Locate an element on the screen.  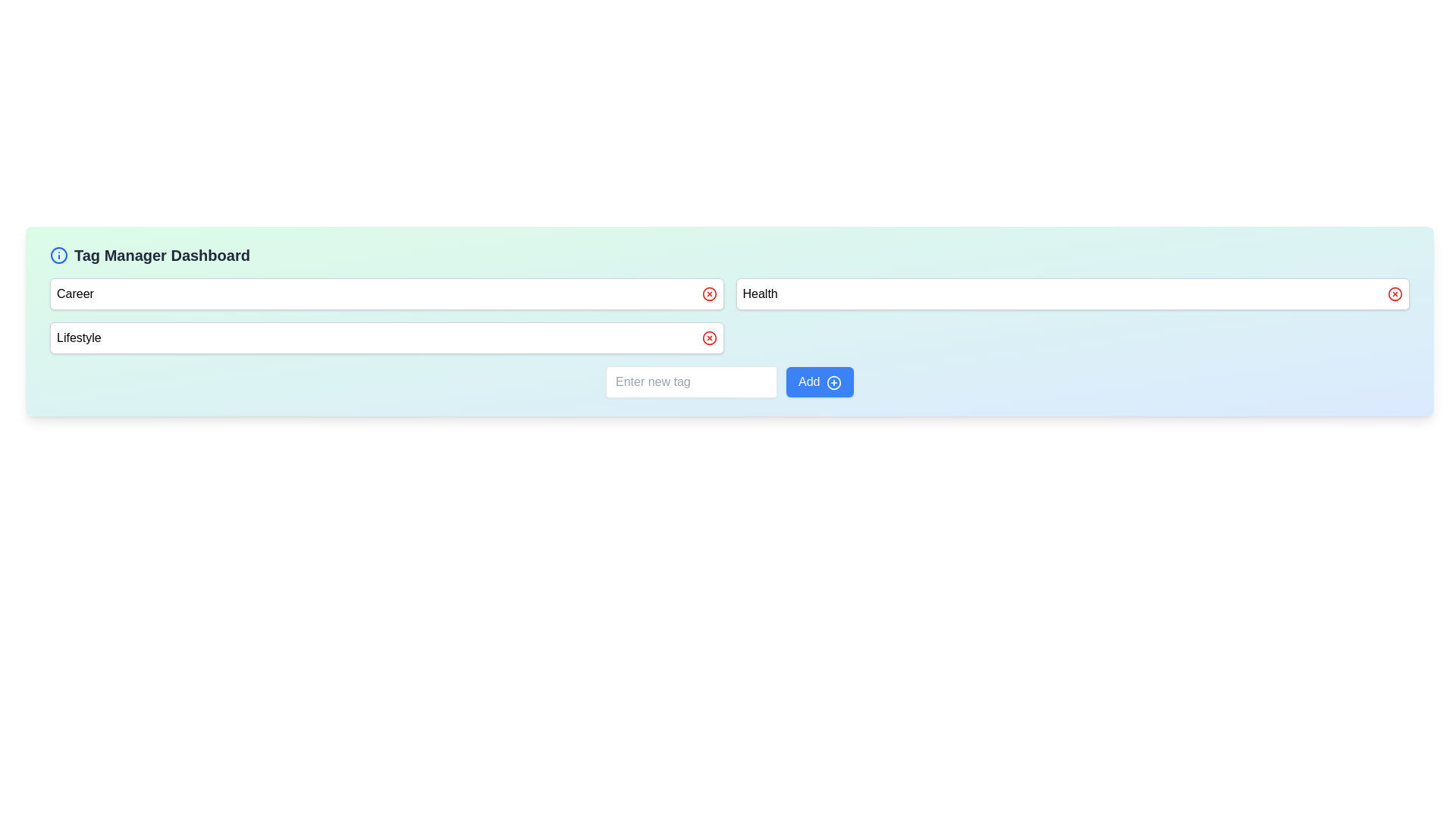
the circular graphical element, styled with a border and positioned within an interactive button is located at coordinates (833, 381).